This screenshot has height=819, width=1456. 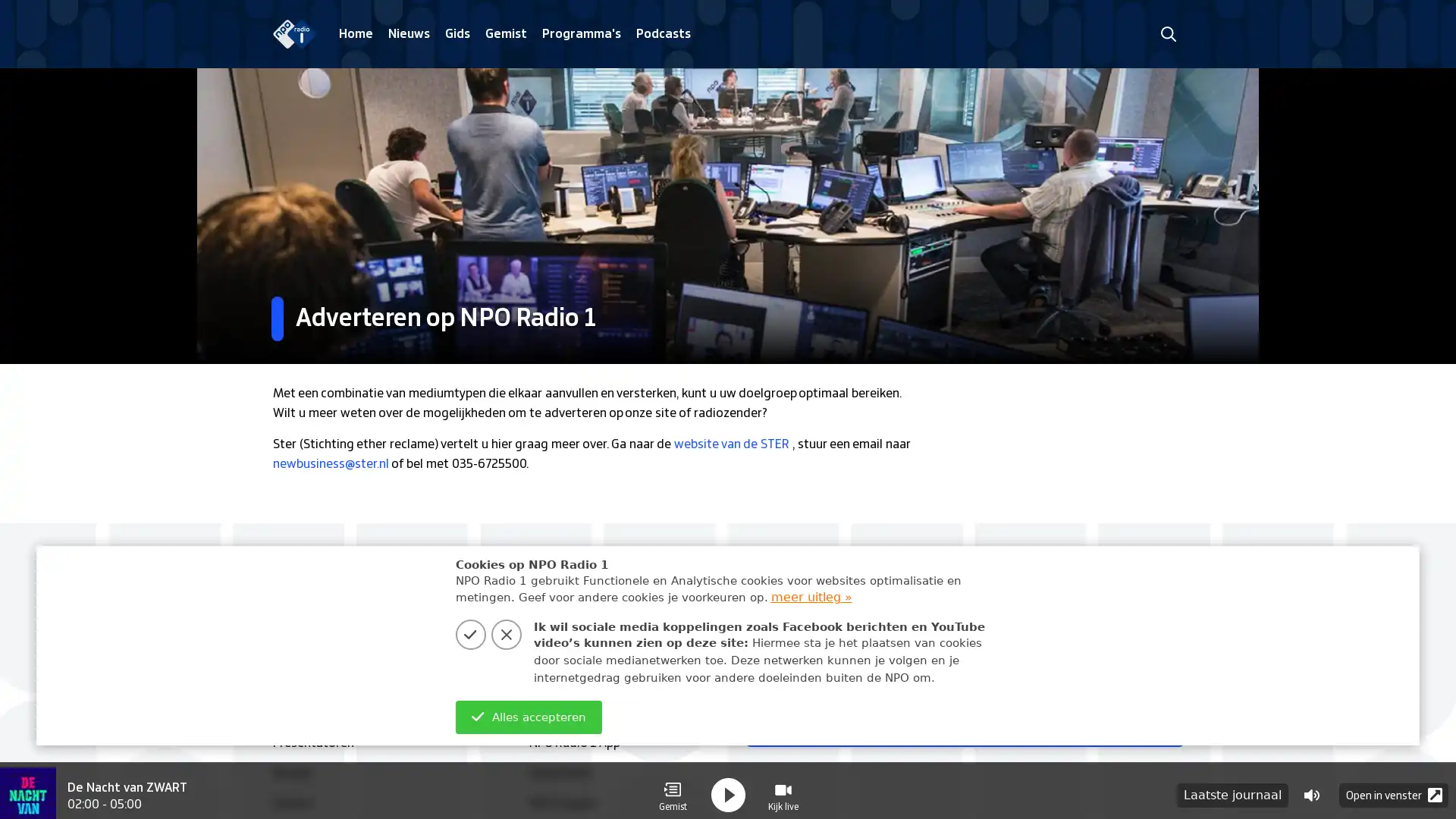 What do you see at coordinates (1394, 786) in the screenshot?
I see `Open in venster Popup Icon` at bounding box center [1394, 786].